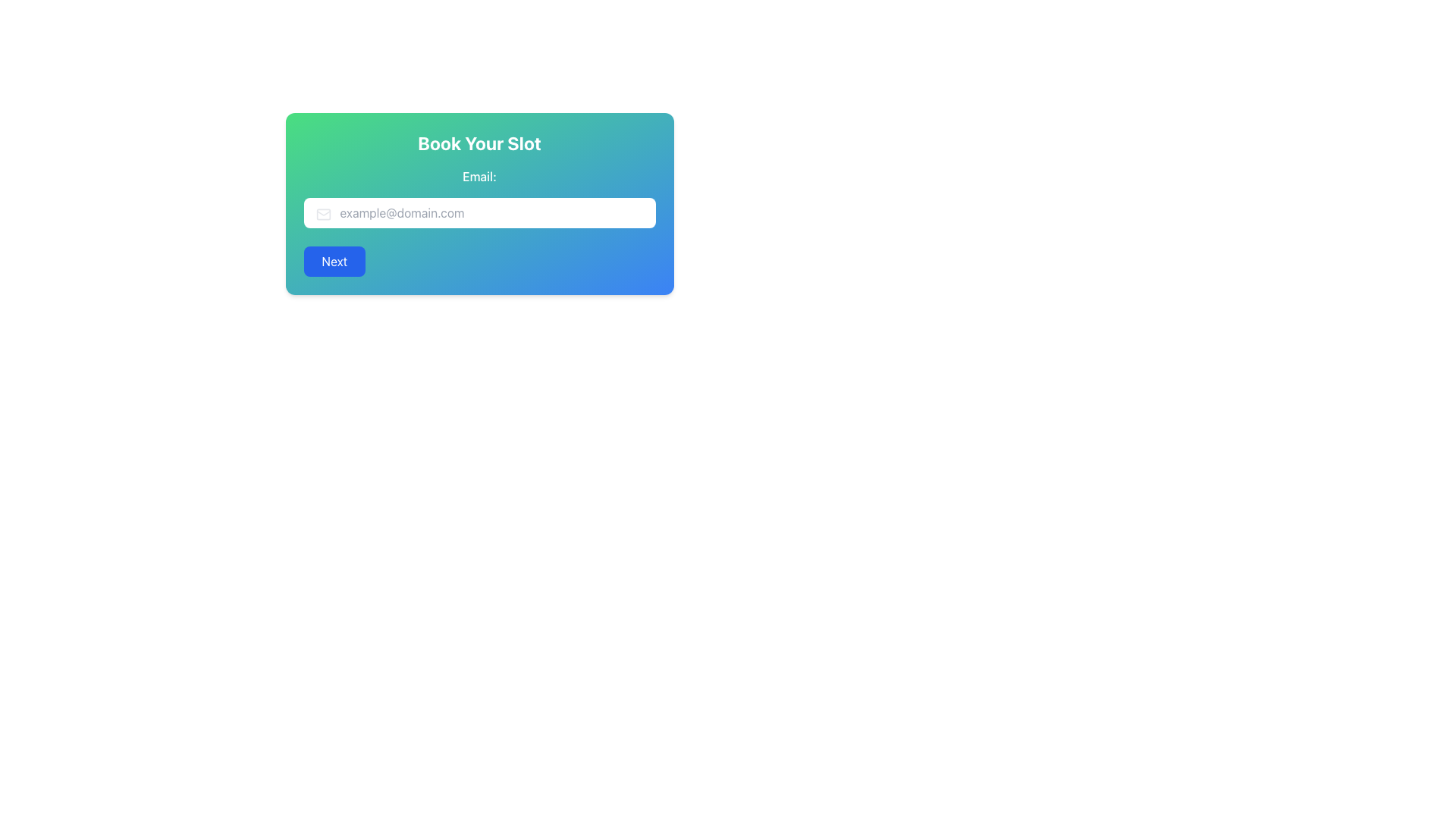  What do you see at coordinates (334, 260) in the screenshot?
I see `the 'Next' button located at the bottom left of the form card to proceed to the next step` at bounding box center [334, 260].